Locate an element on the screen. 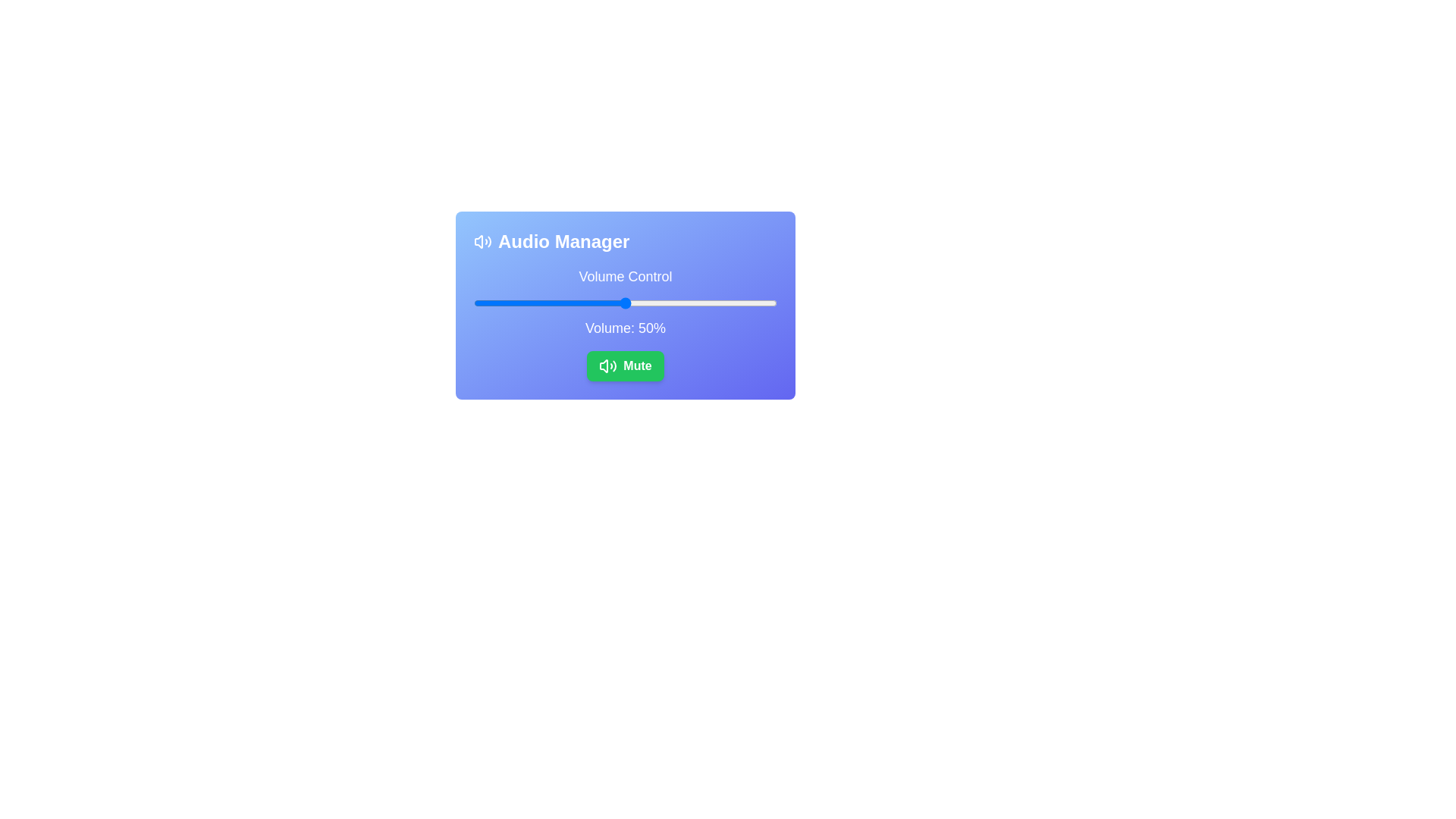 Image resolution: width=1456 pixels, height=819 pixels. the volume slider to 78% is located at coordinates (709, 303).